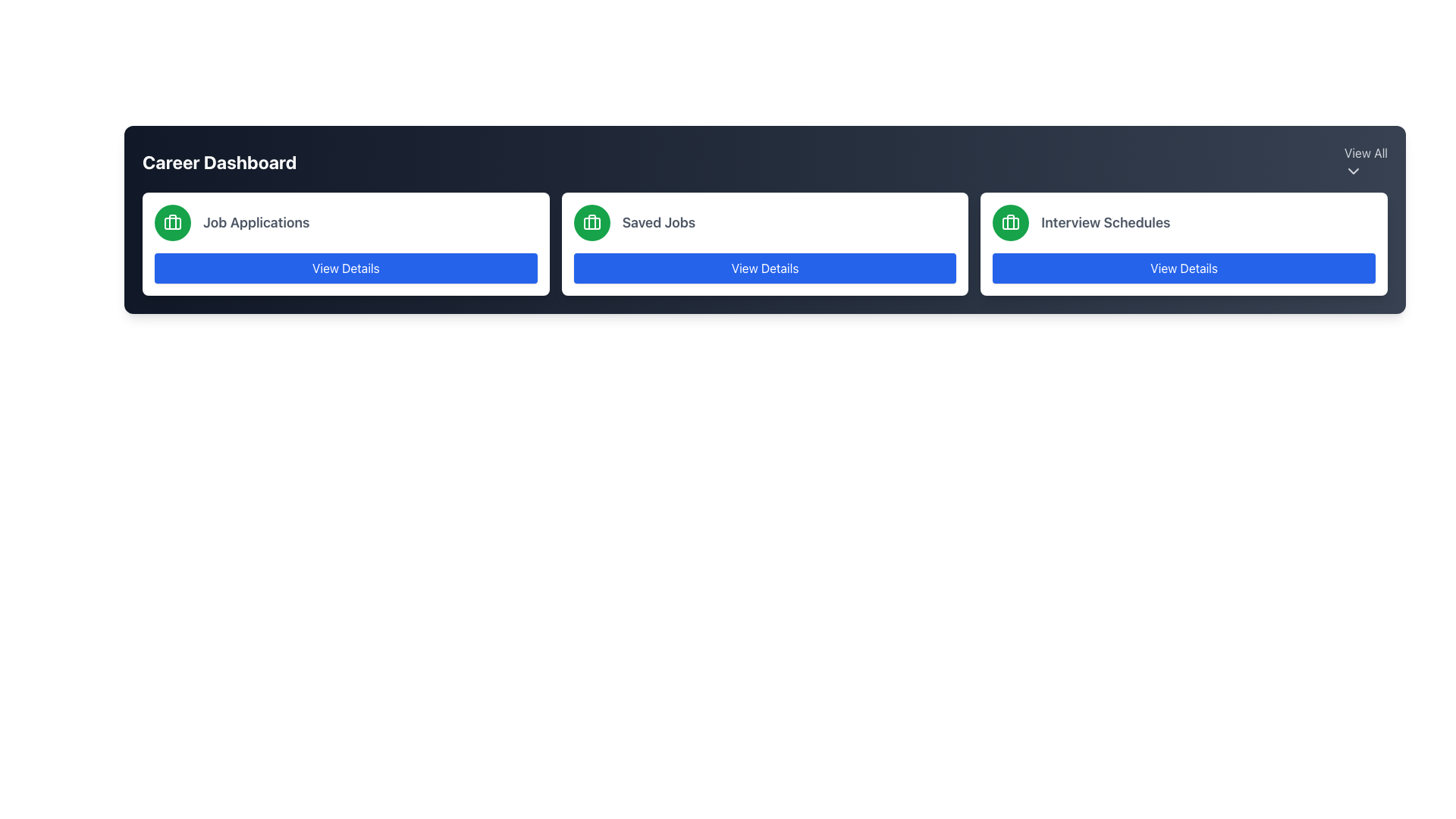 Image resolution: width=1456 pixels, height=819 pixels. Describe the element at coordinates (658, 222) in the screenshot. I see `text label that says 'Saved Jobs', which is styled in a weighty bold font and is medium gray in color, positioned to the right of a green circular icon with a white briefcase and above a blue button labeled 'View Details'` at that location.